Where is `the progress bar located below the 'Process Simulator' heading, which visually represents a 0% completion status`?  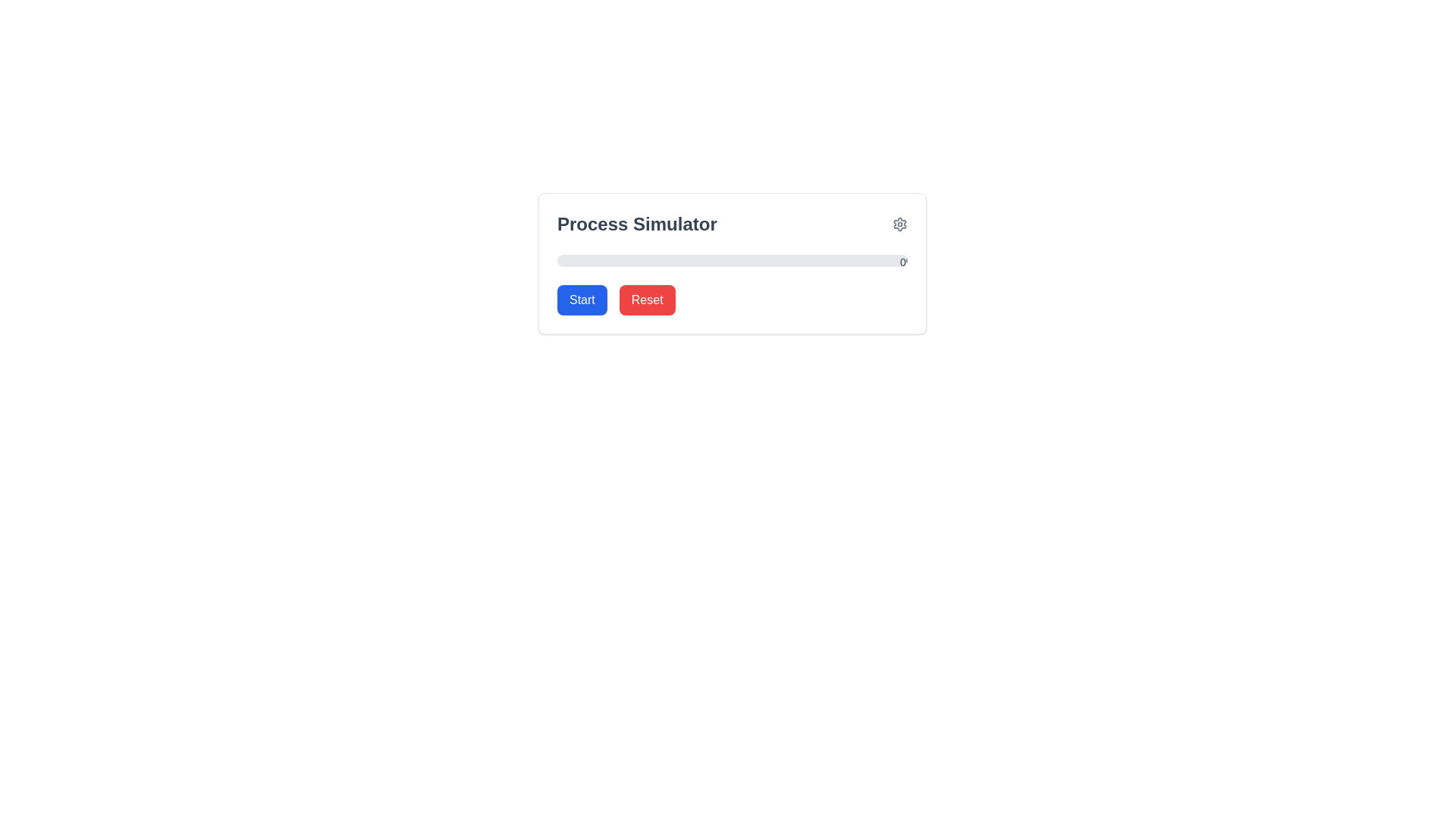
the progress bar located below the 'Process Simulator' heading, which visually represents a 0% completion status is located at coordinates (732, 259).